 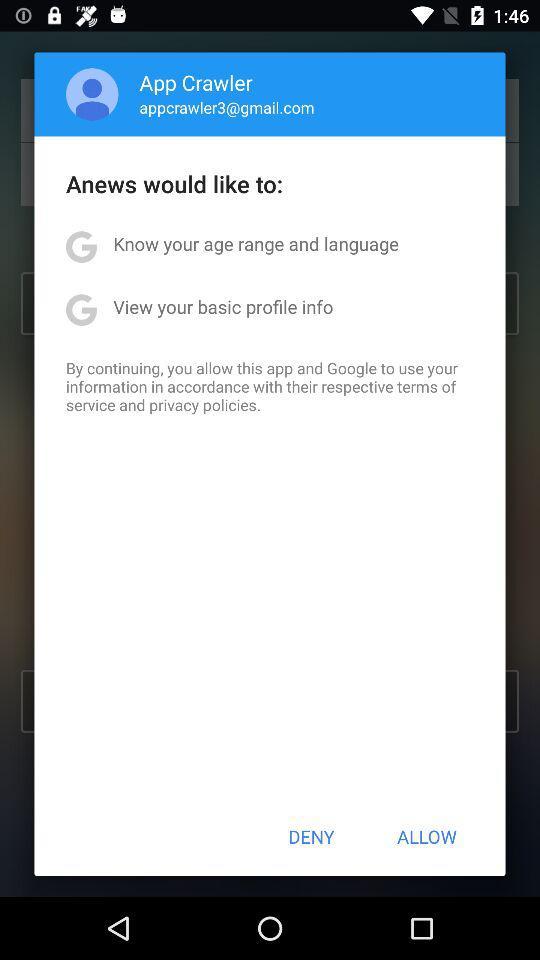 What do you see at coordinates (222, 306) in the screenshot?
I see `the view your basic icon` at bounding box center [222, 306].